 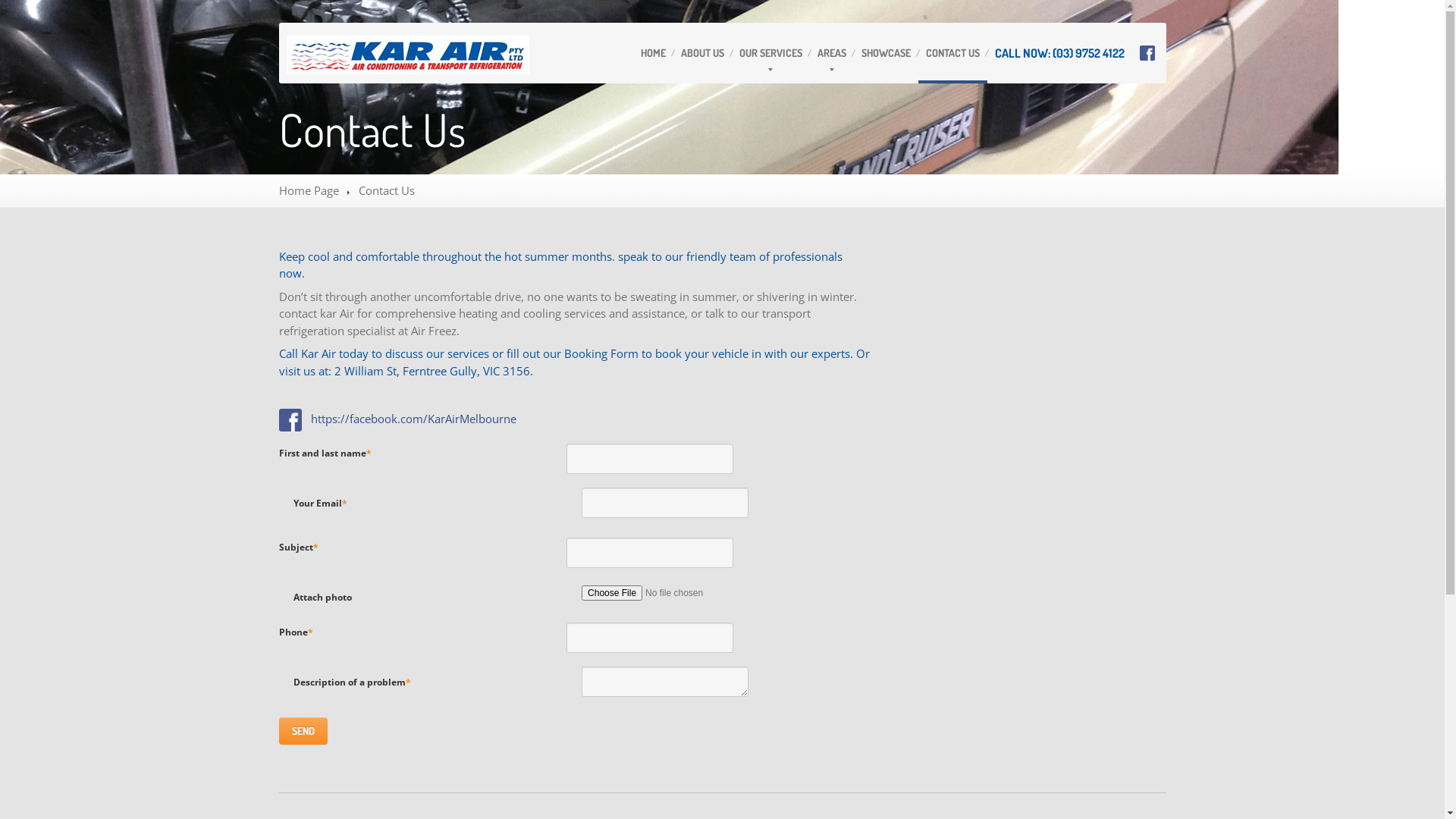 What do you see at coordinates (770, 52) in the screenshot?
I see `'OUR SERVICES'` at bounding box center [770, 52].